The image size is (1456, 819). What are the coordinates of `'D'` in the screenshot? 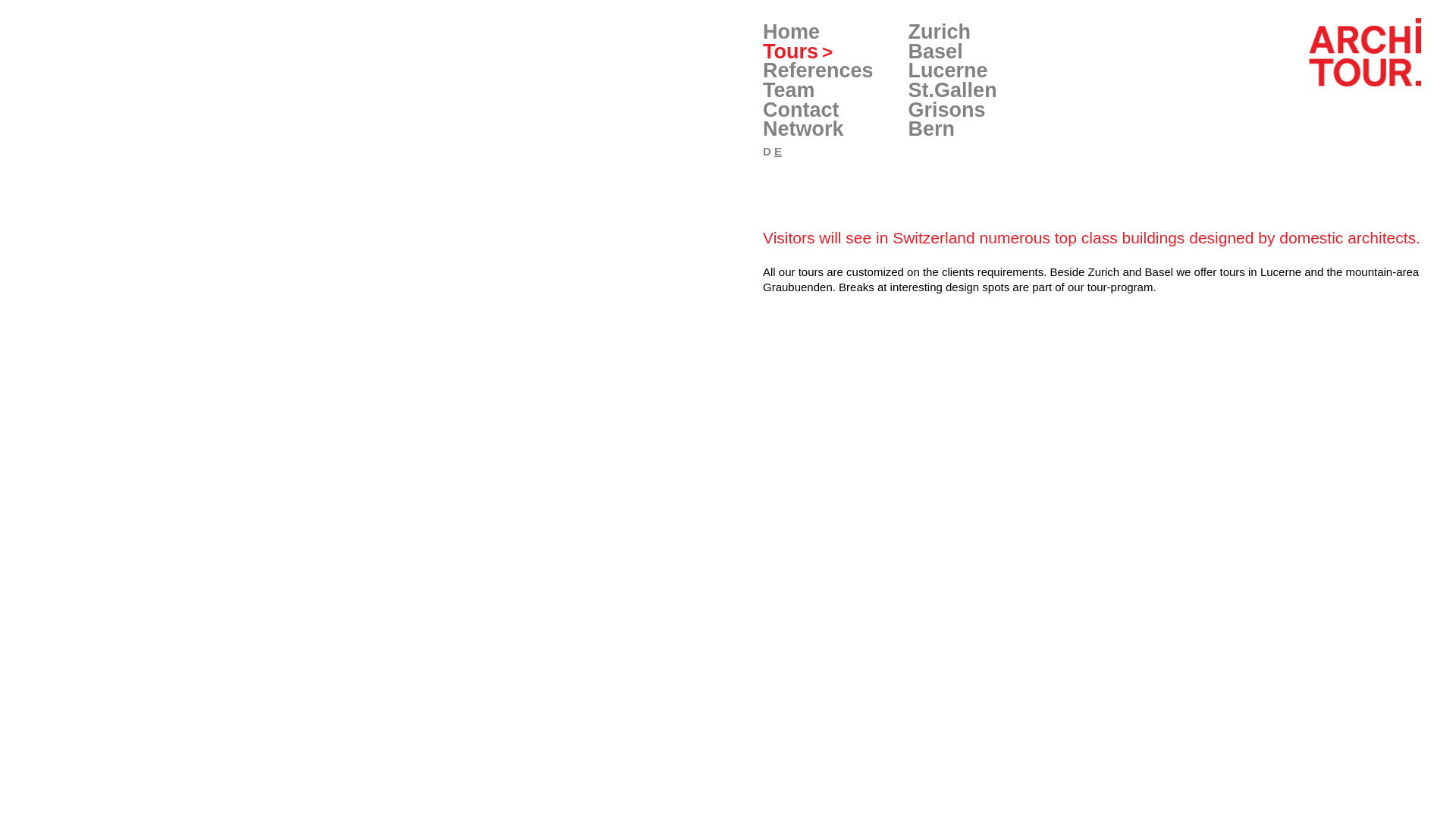 It's located at (767, 151).